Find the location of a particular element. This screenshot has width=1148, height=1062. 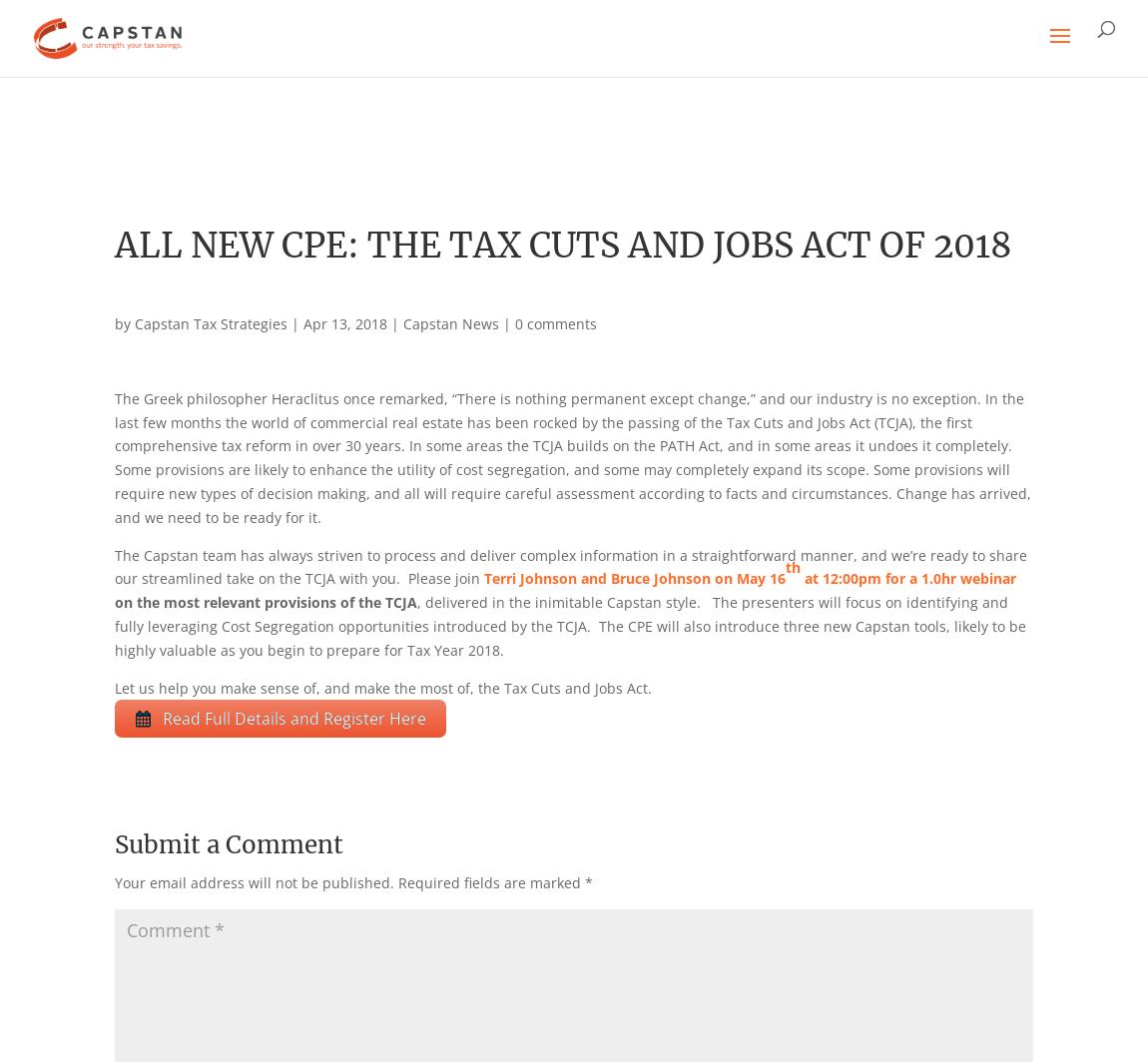

'0 comments' is located at coordinates (555, 323).